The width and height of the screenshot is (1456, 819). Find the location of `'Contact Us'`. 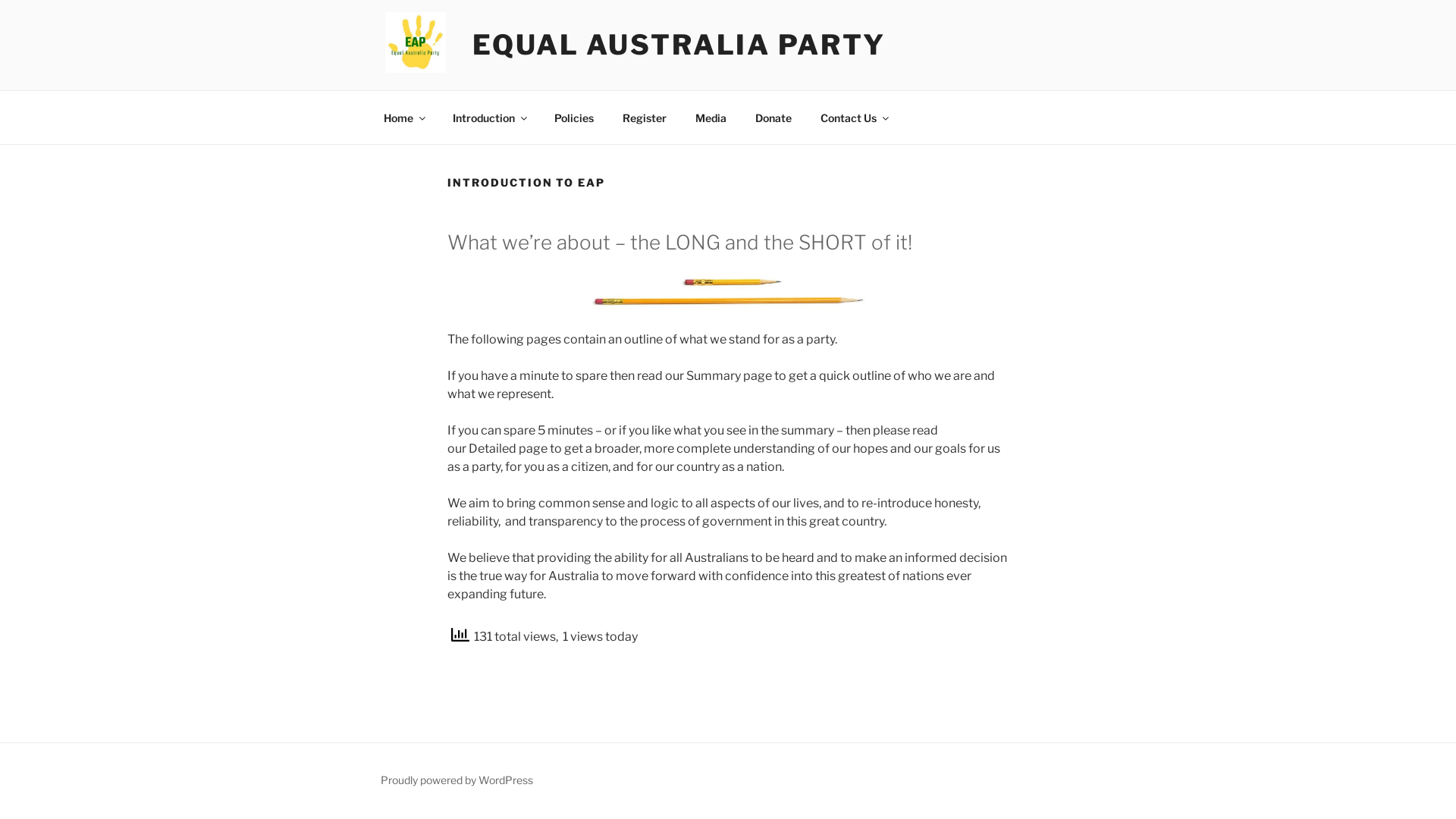

'Contact Us' is located at coordinates (806, 116).